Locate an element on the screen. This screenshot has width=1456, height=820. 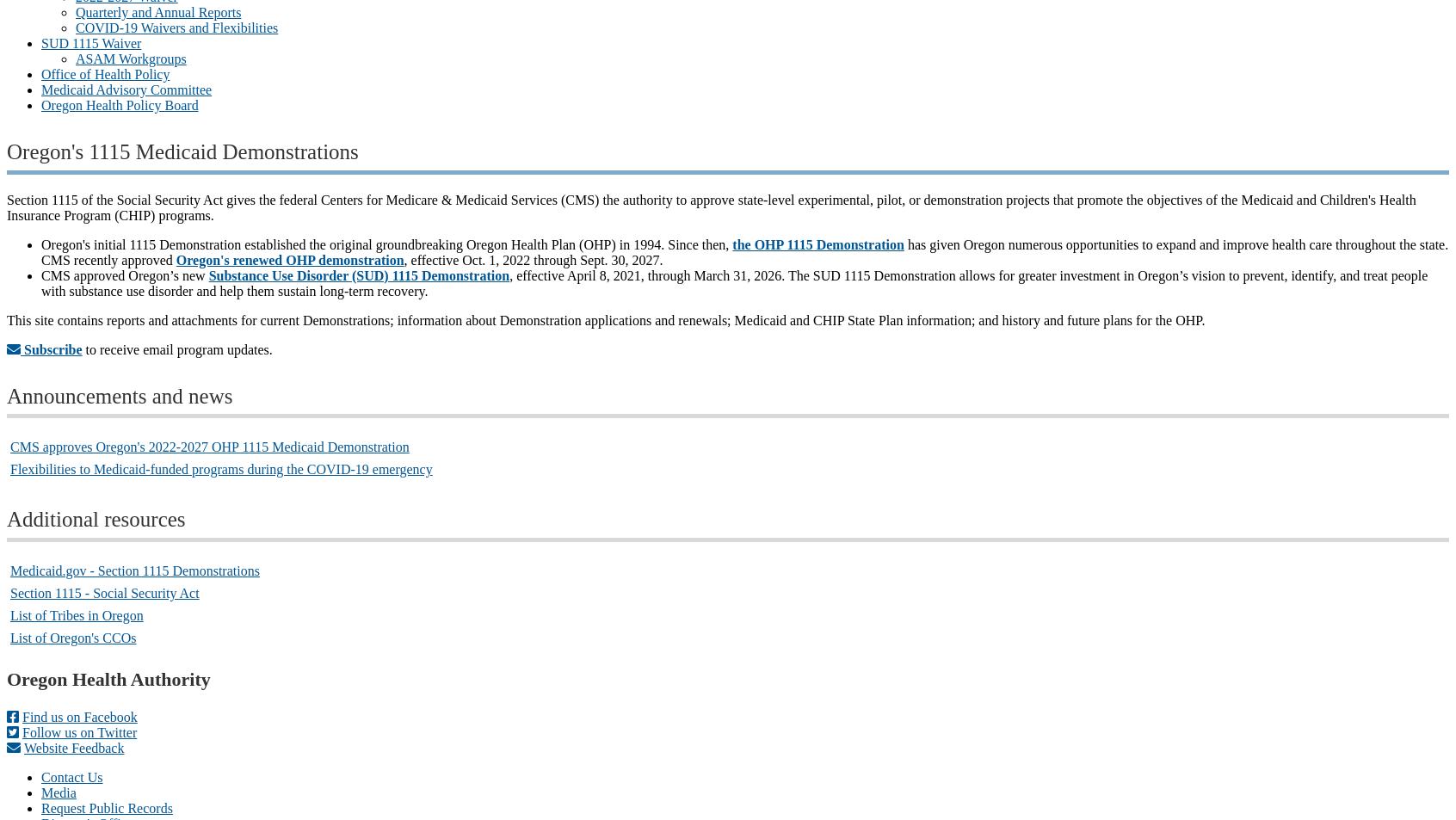
'Oregon Health Authority' is located at coordinates (5, 678).